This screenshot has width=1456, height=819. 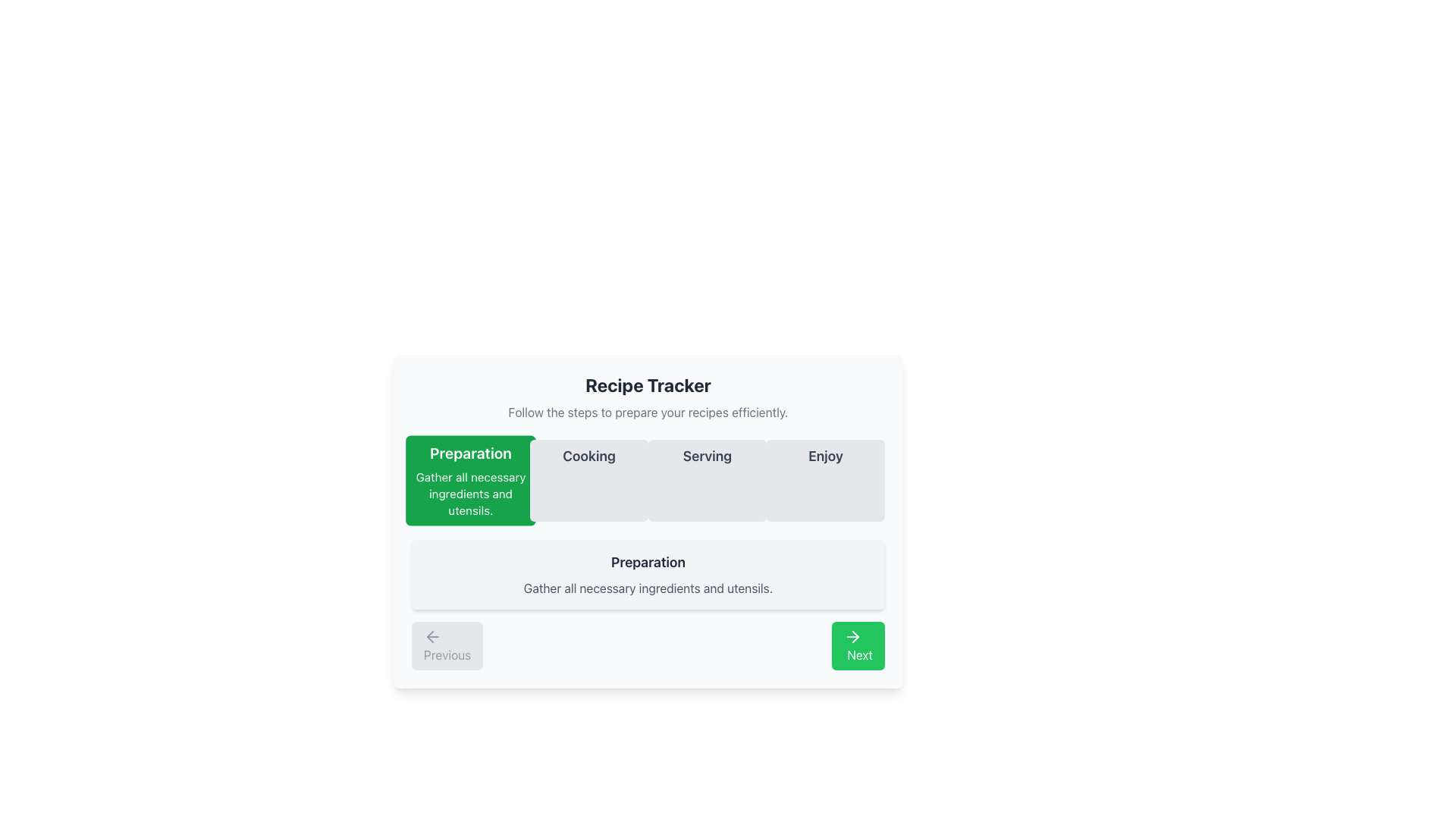 I want to click on the green 'Next' button with white text and a right-pointing arrow icon located at the bottom-right of the footer navigation to proceed to the next step or page, so click(x=858, y=646).